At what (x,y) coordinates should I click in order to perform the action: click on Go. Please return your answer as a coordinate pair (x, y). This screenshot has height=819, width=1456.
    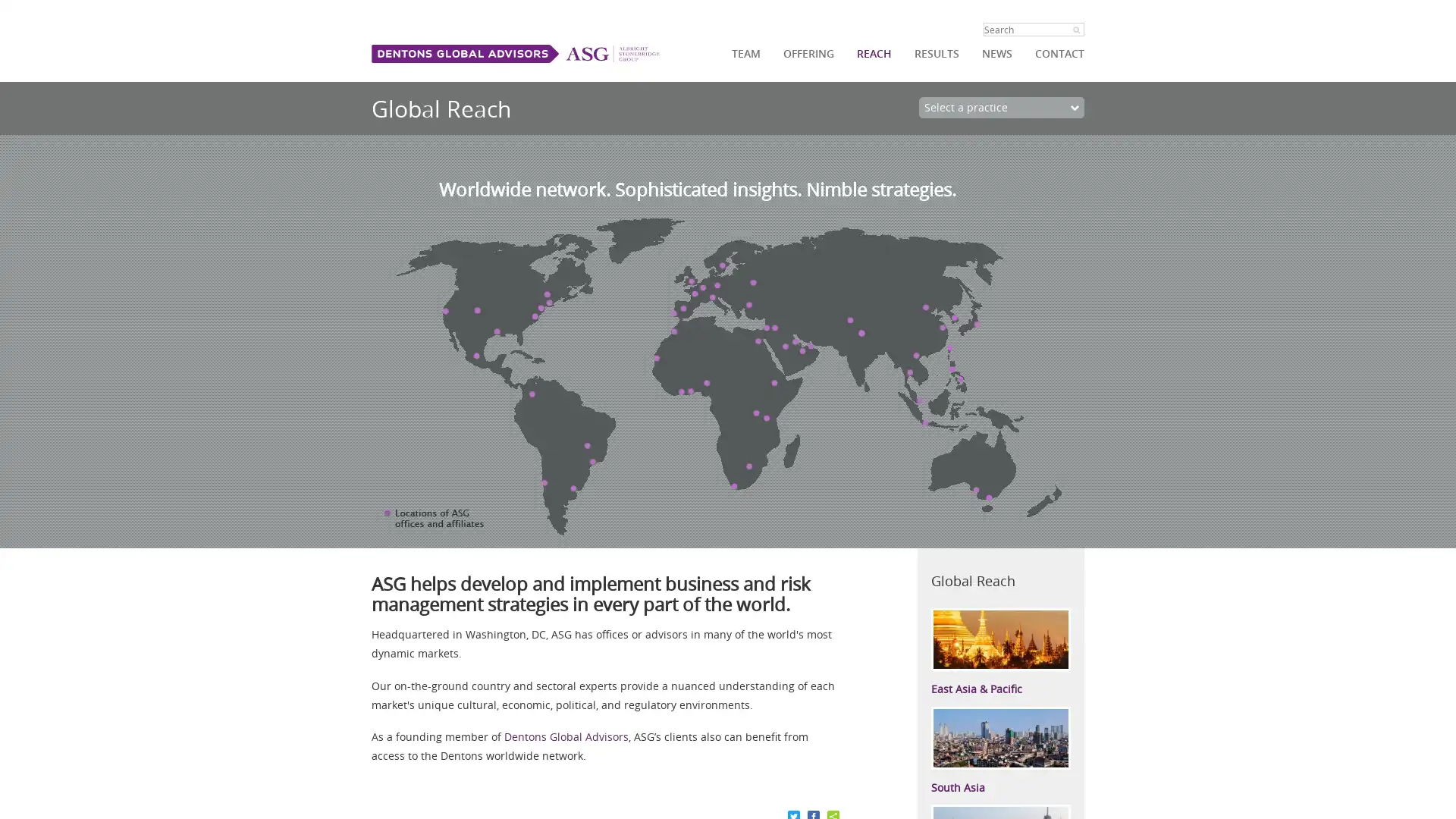
    Looking at the image, I should click on (930, 127).